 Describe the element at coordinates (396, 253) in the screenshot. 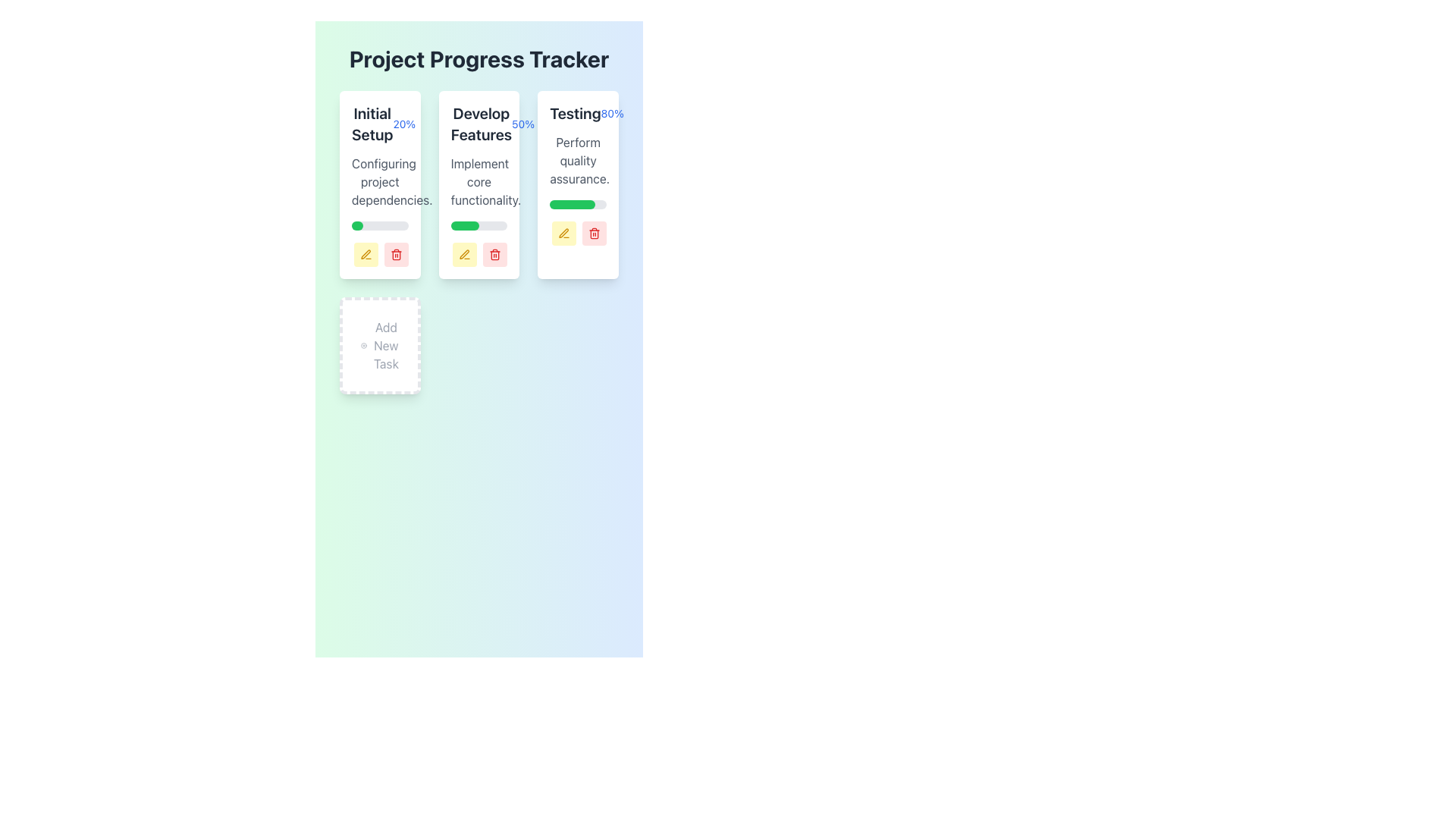

I see `the delete button located in the bottom-right corner of the 'Initial Setup' card` at that location.